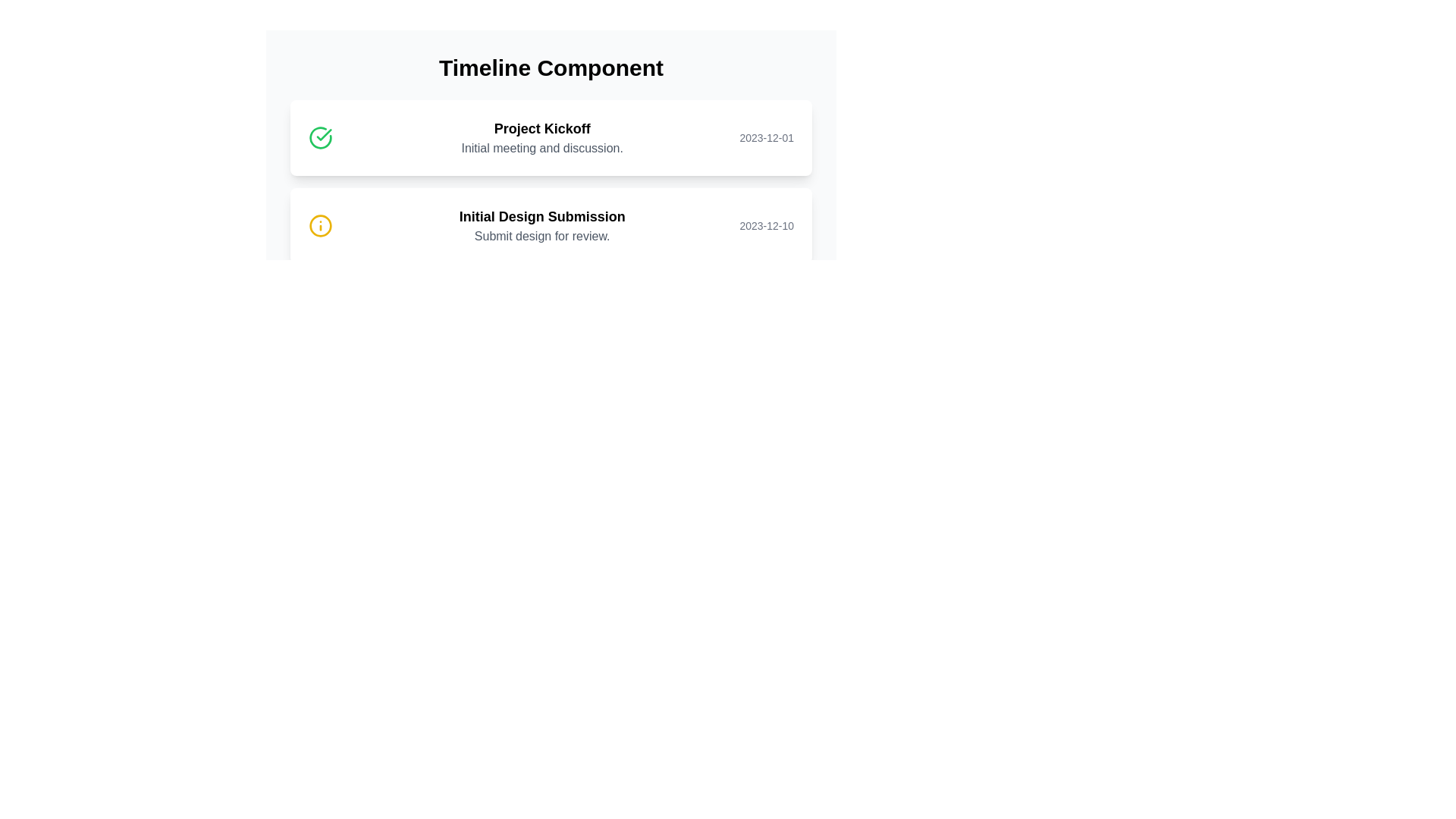 Image resolution: width=1456 pixels, height=819 pixels. Describe the element at coordinates (542, 137) in the screenshot. I see `text label that describes the task or event, located in a white, rounded rectangular card, below an icon and above the date '2023-12-01'` at that location.